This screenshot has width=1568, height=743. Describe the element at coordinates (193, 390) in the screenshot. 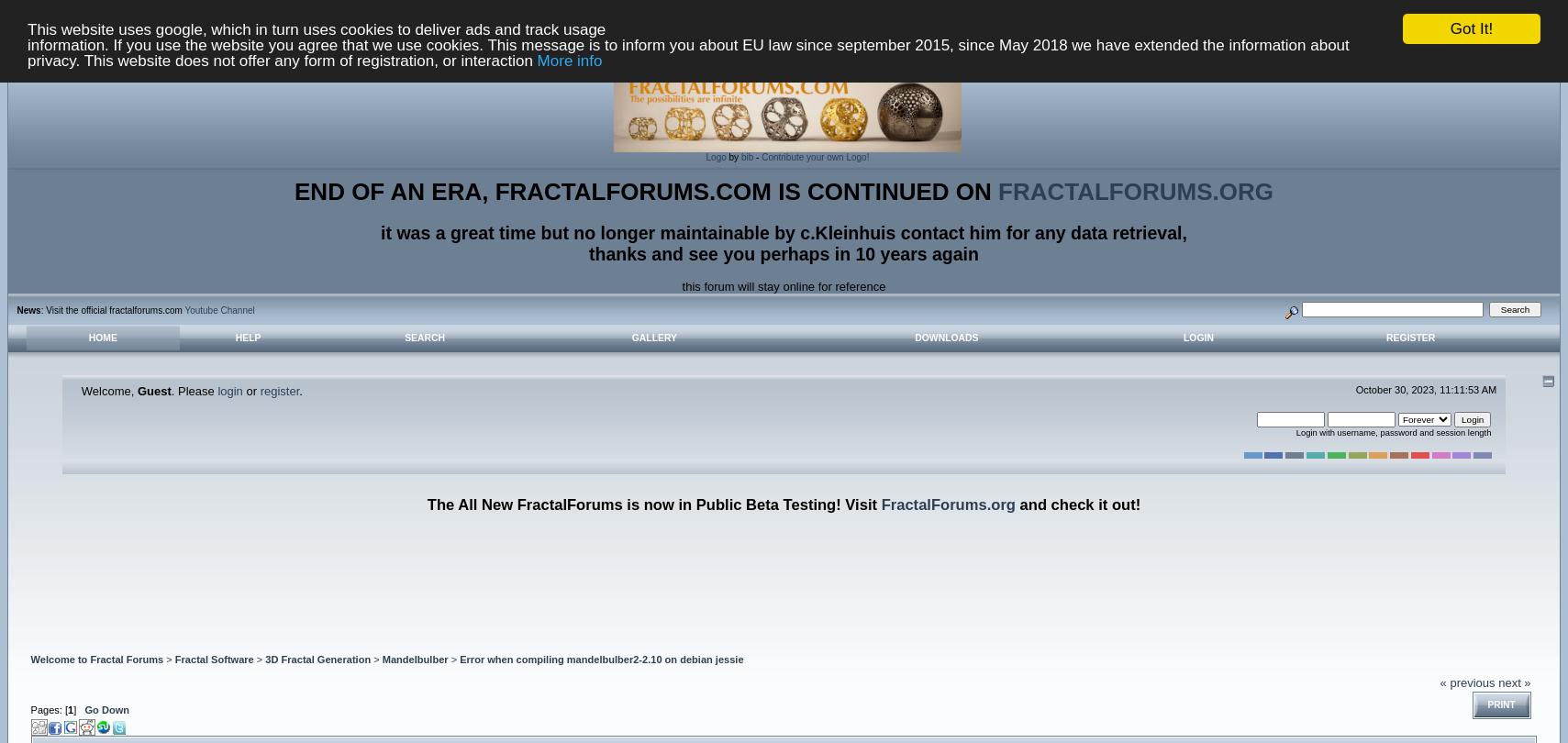

I see `'. Please'` at that location.